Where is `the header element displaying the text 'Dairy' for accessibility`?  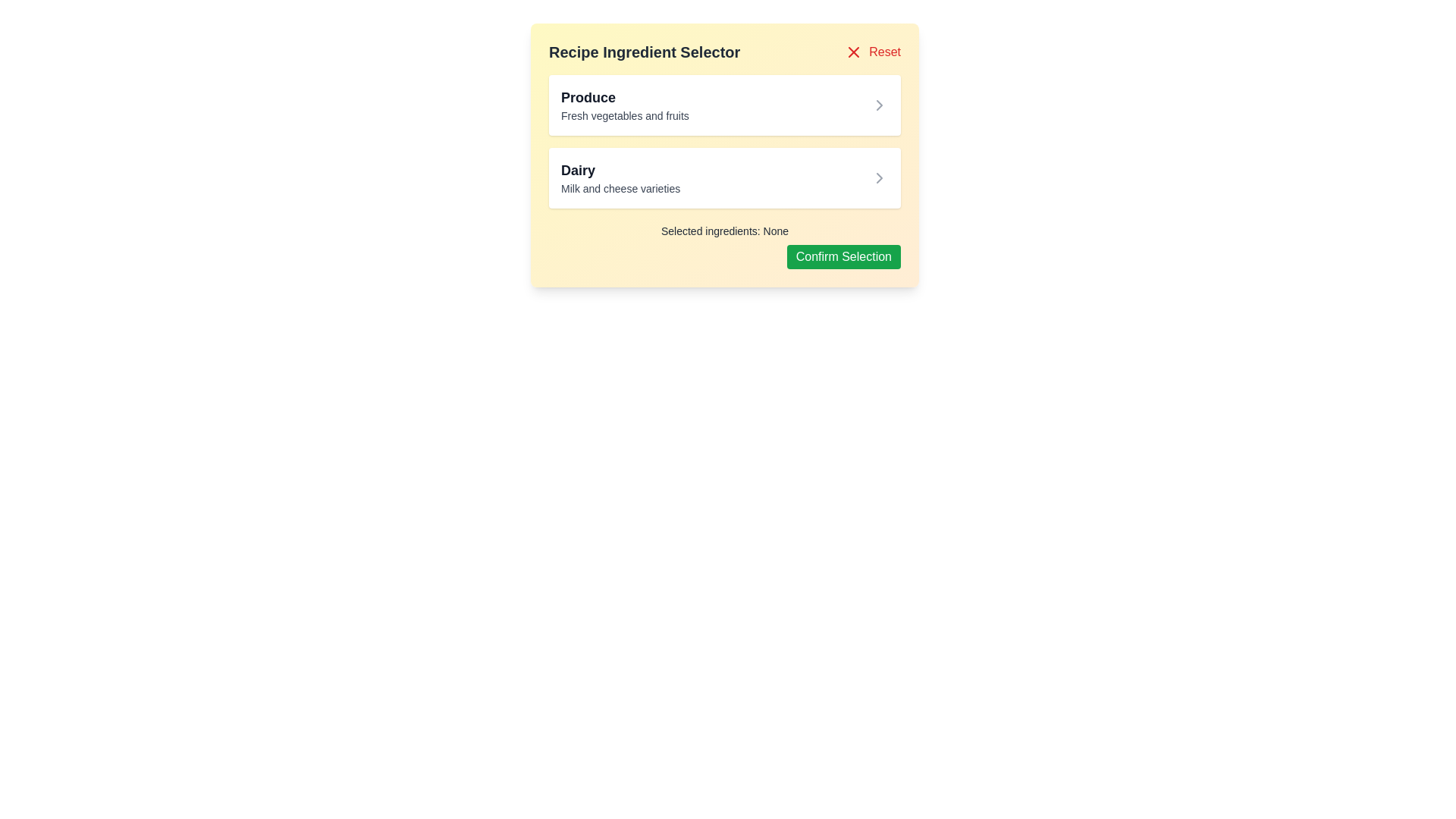
the header element displaying the text 'Dairy' for accessibility is located at coordinates (620, 170).